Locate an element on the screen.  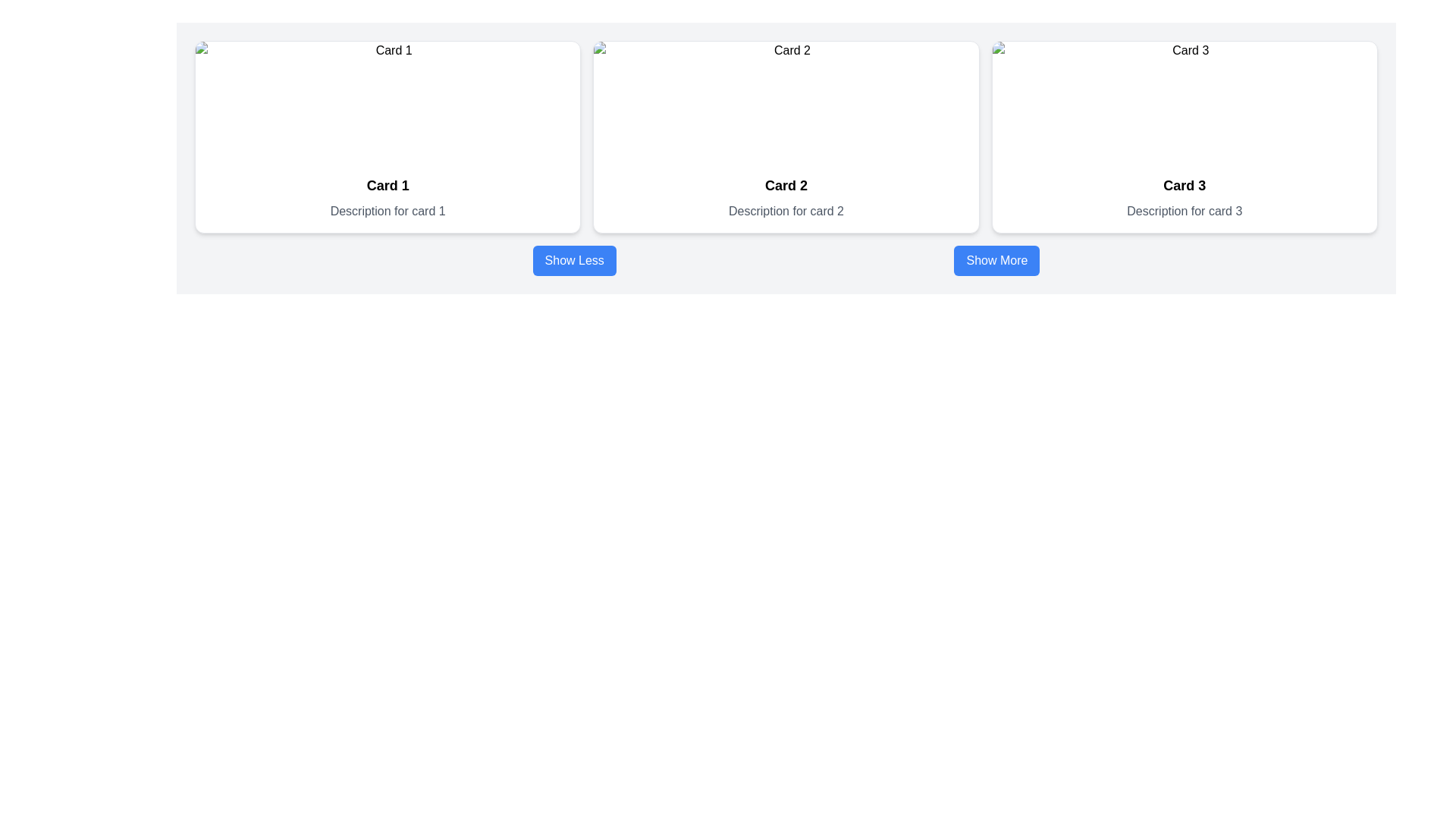
the title on the first informational card in the grid layout is located at coordinates (388, 137).